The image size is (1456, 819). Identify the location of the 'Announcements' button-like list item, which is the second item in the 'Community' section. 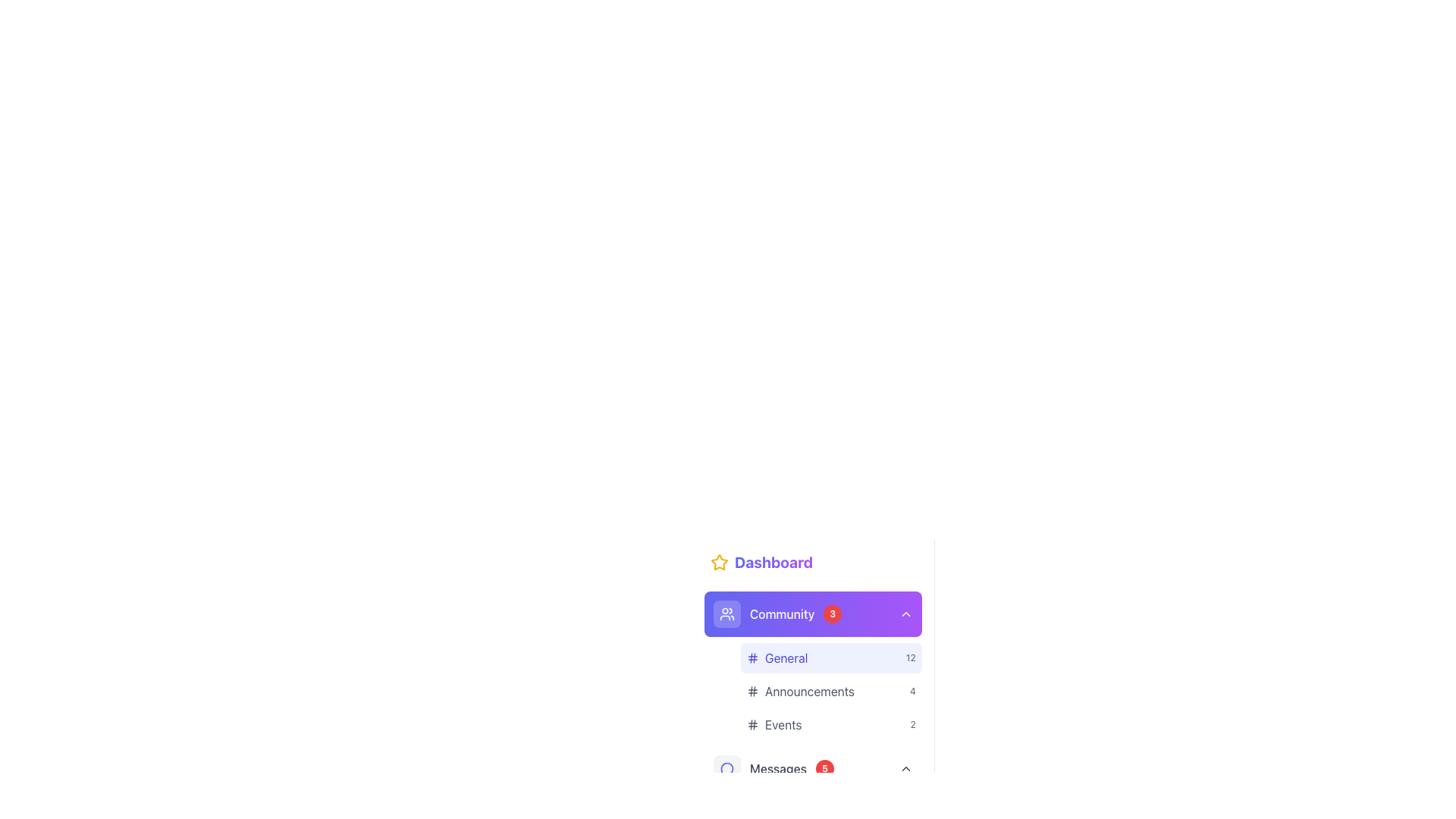
(830, 691).